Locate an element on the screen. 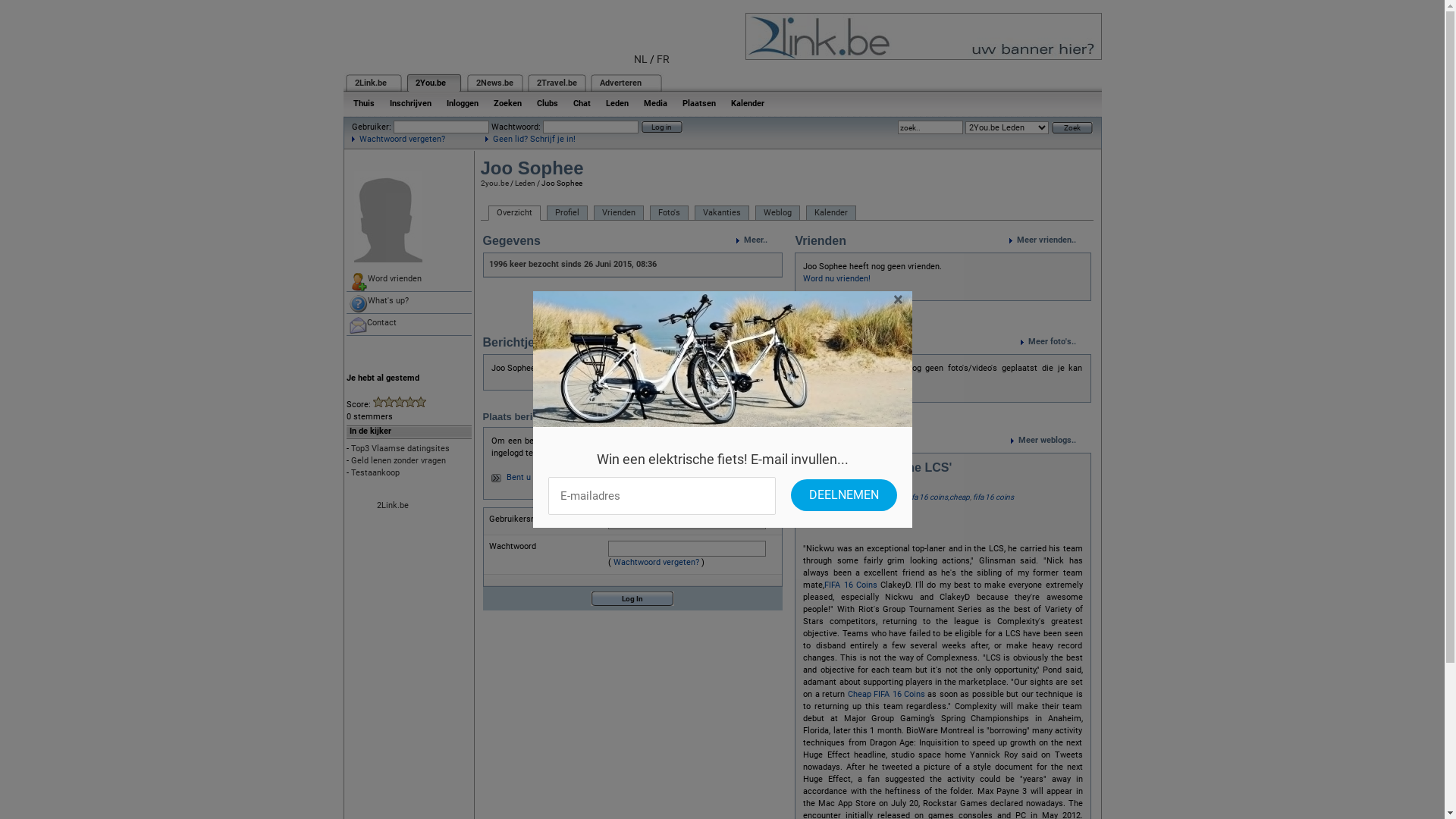 Image resolution: width=1456 pixels, height=819 pixels. '2Travel.be' is located at coordinates (556, 83).